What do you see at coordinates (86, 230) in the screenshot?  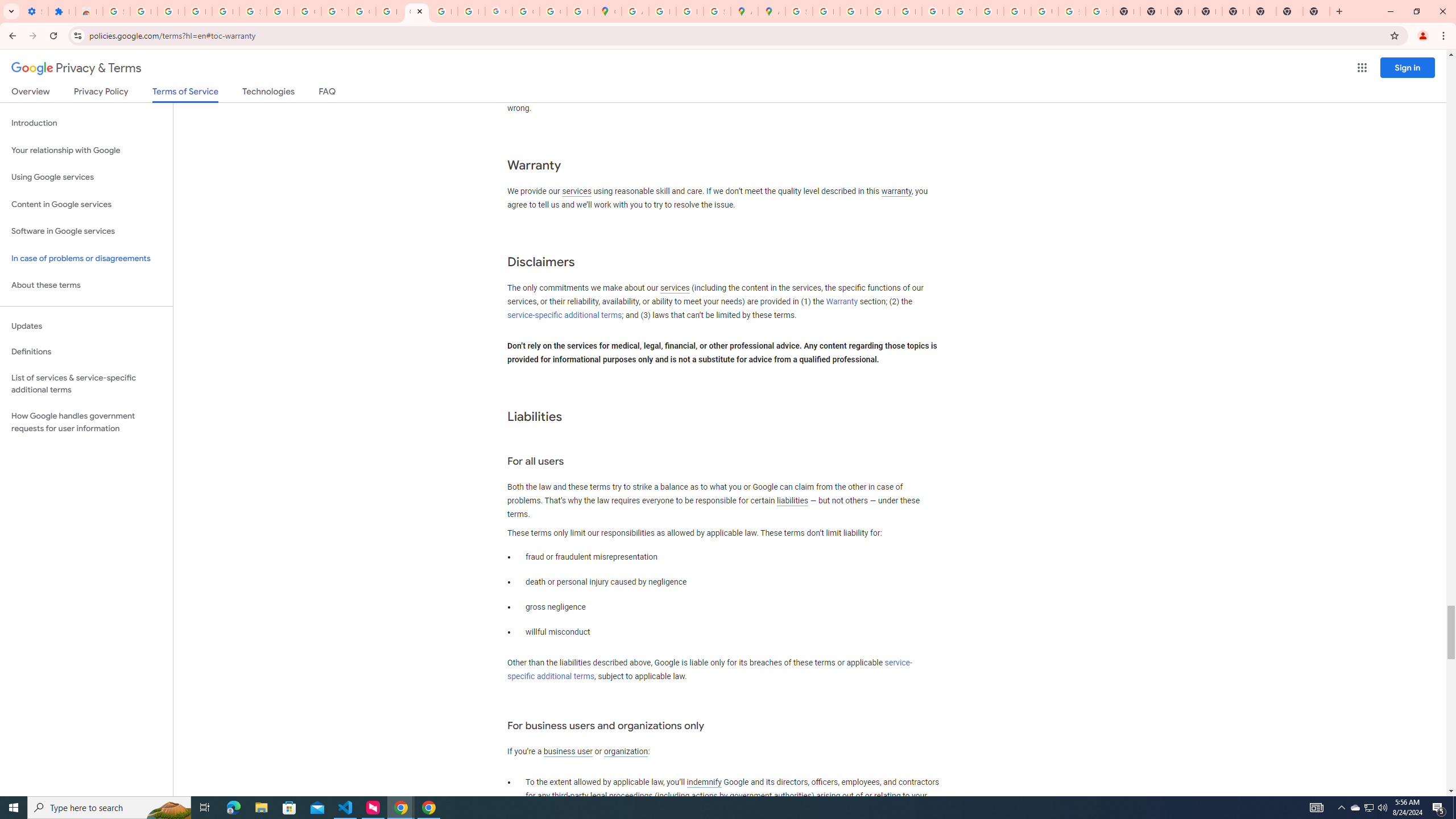 I see `'Software in Google services'` at bounding box center [86, 230].